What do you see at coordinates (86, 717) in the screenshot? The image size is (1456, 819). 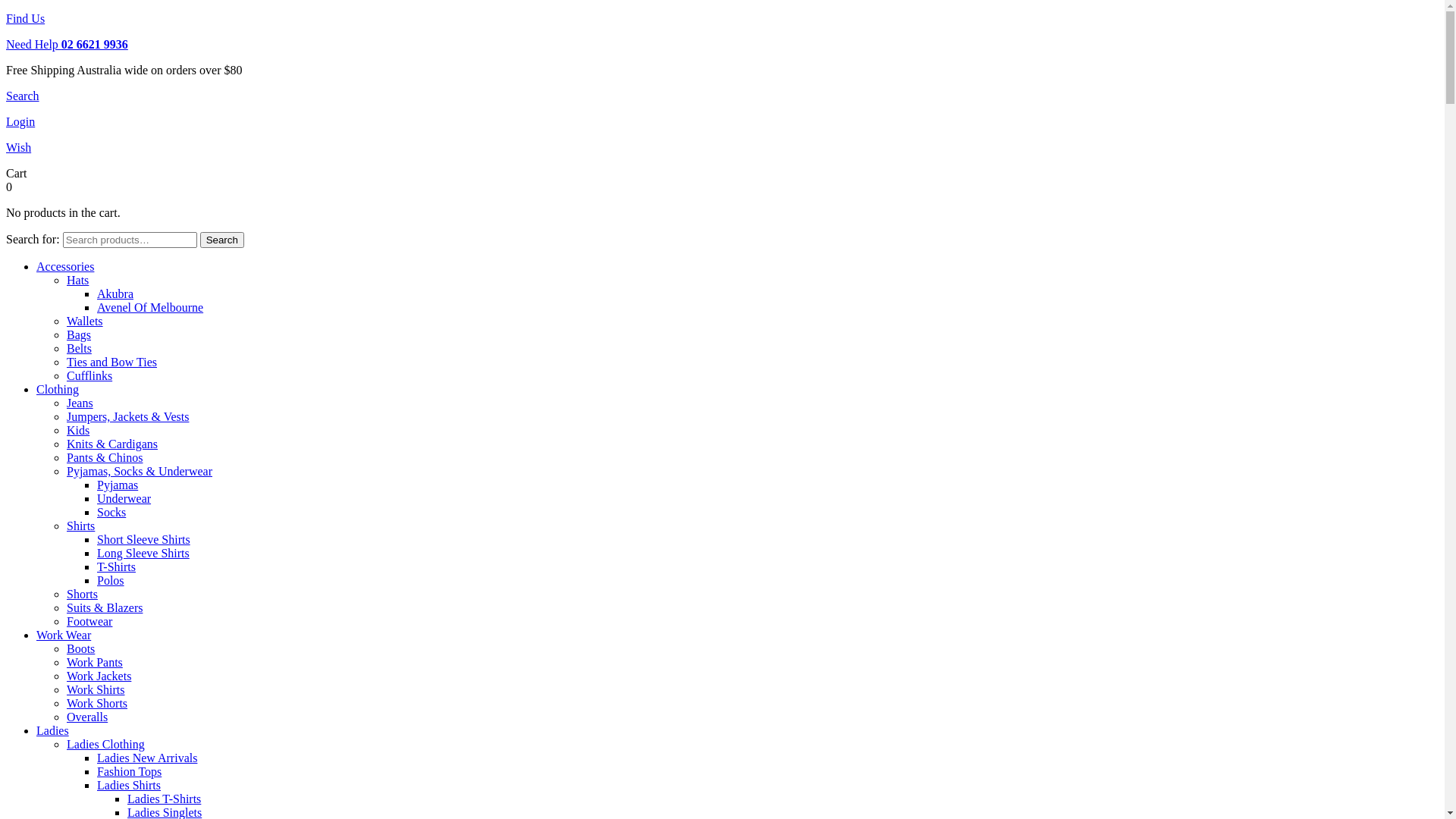 I see `'Overalls'` at bounding box center [86, 717].